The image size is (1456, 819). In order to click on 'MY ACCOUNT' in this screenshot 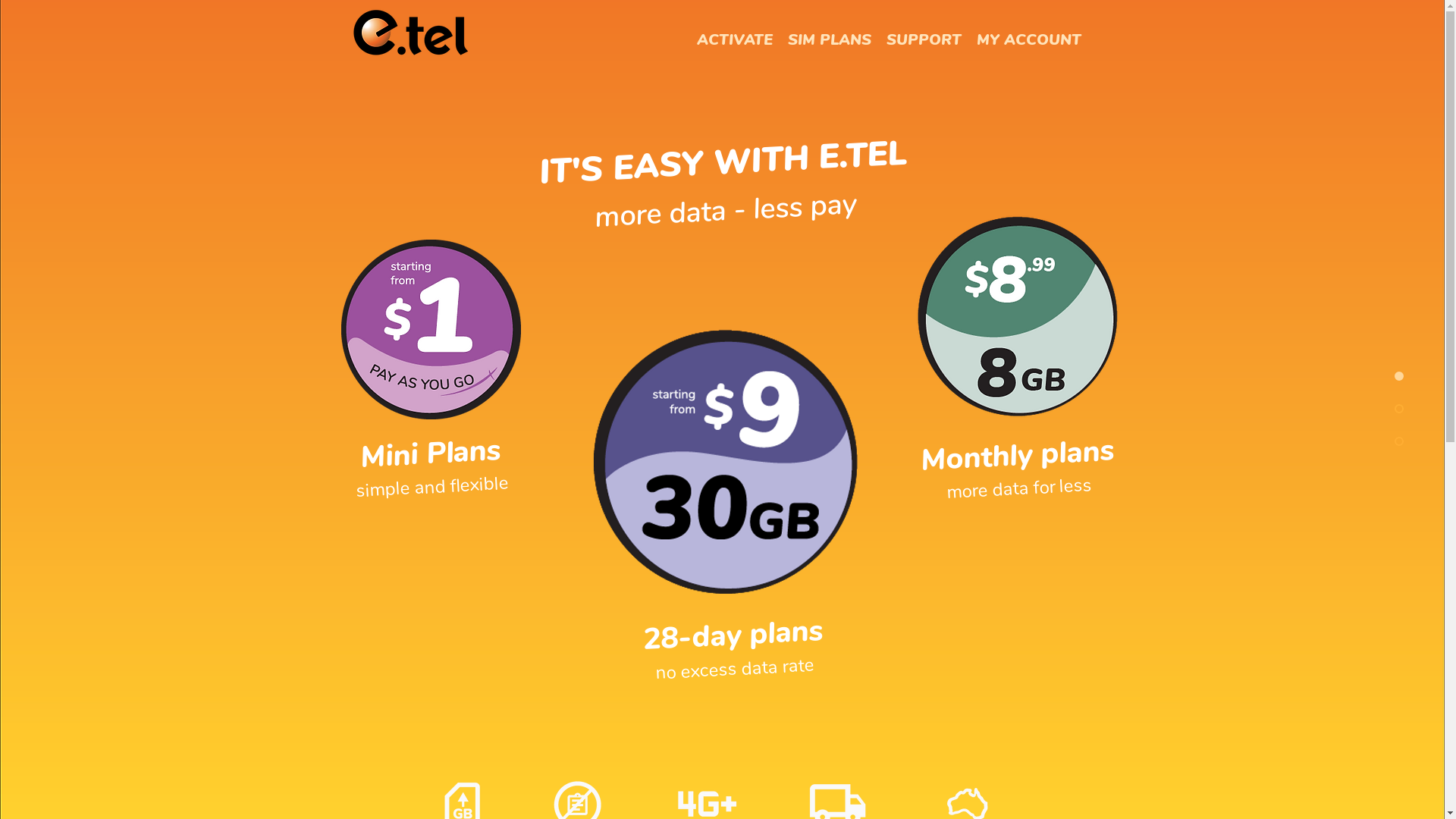, I will do `click(1029, 39)`.